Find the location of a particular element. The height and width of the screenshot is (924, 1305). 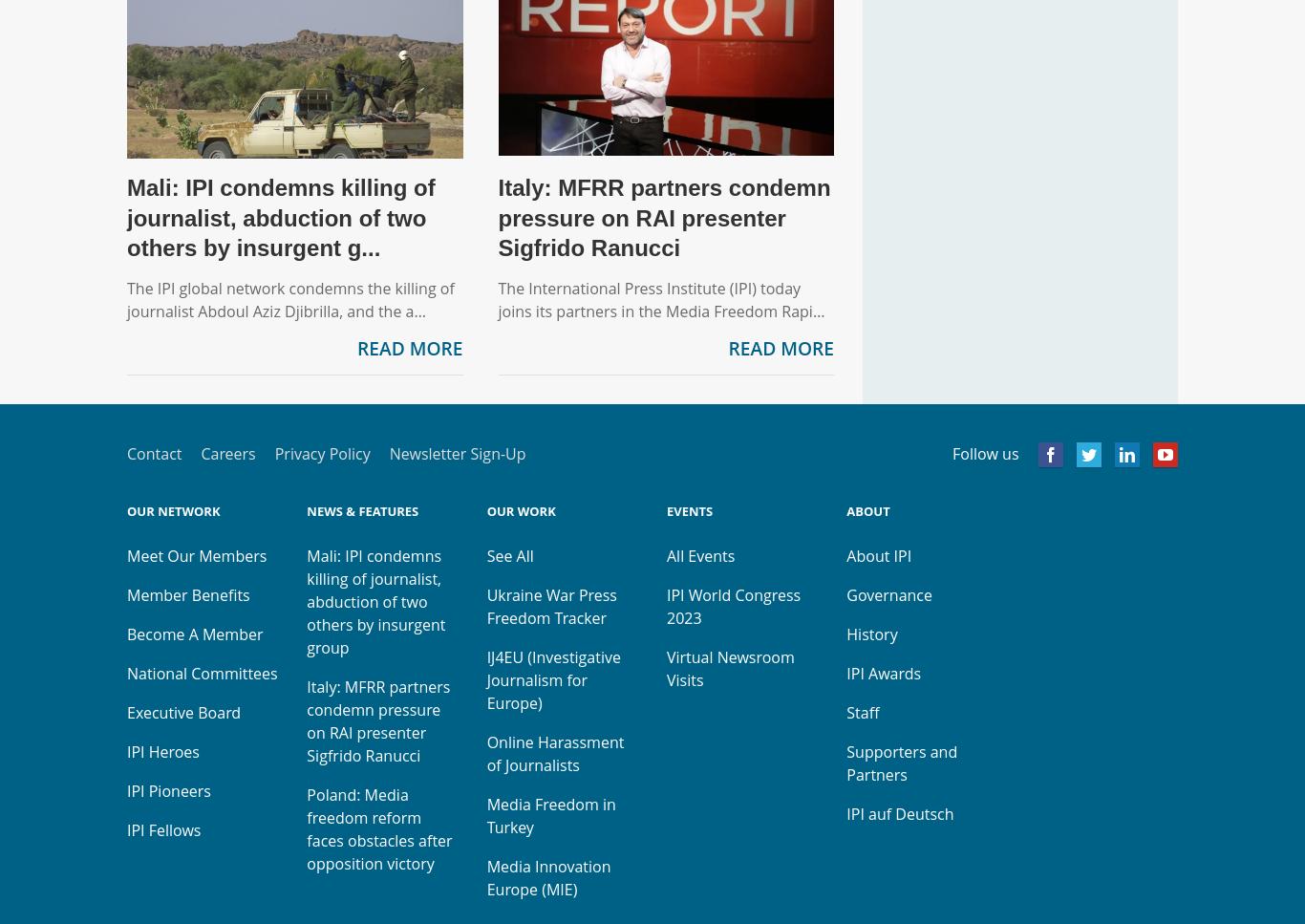

'Member Benefits' is located at coordinates (126, 595).